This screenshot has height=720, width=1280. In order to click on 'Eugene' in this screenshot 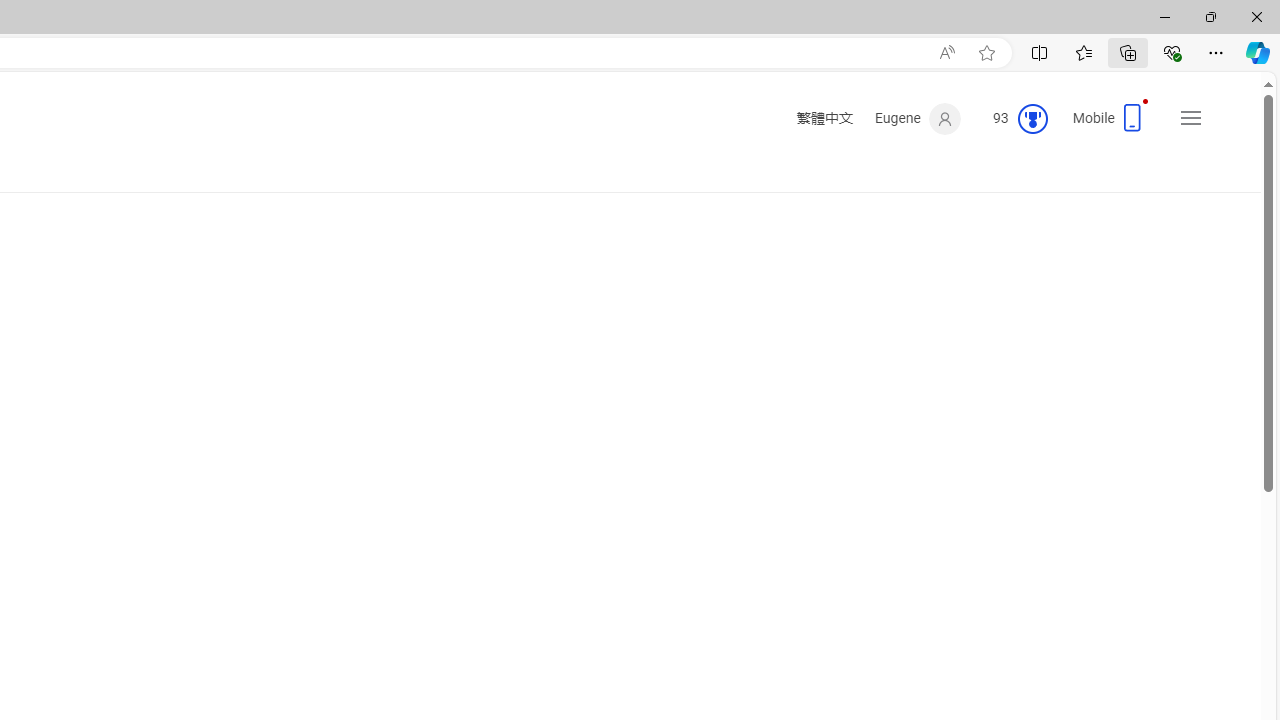, I will do `click(917, 119)`.